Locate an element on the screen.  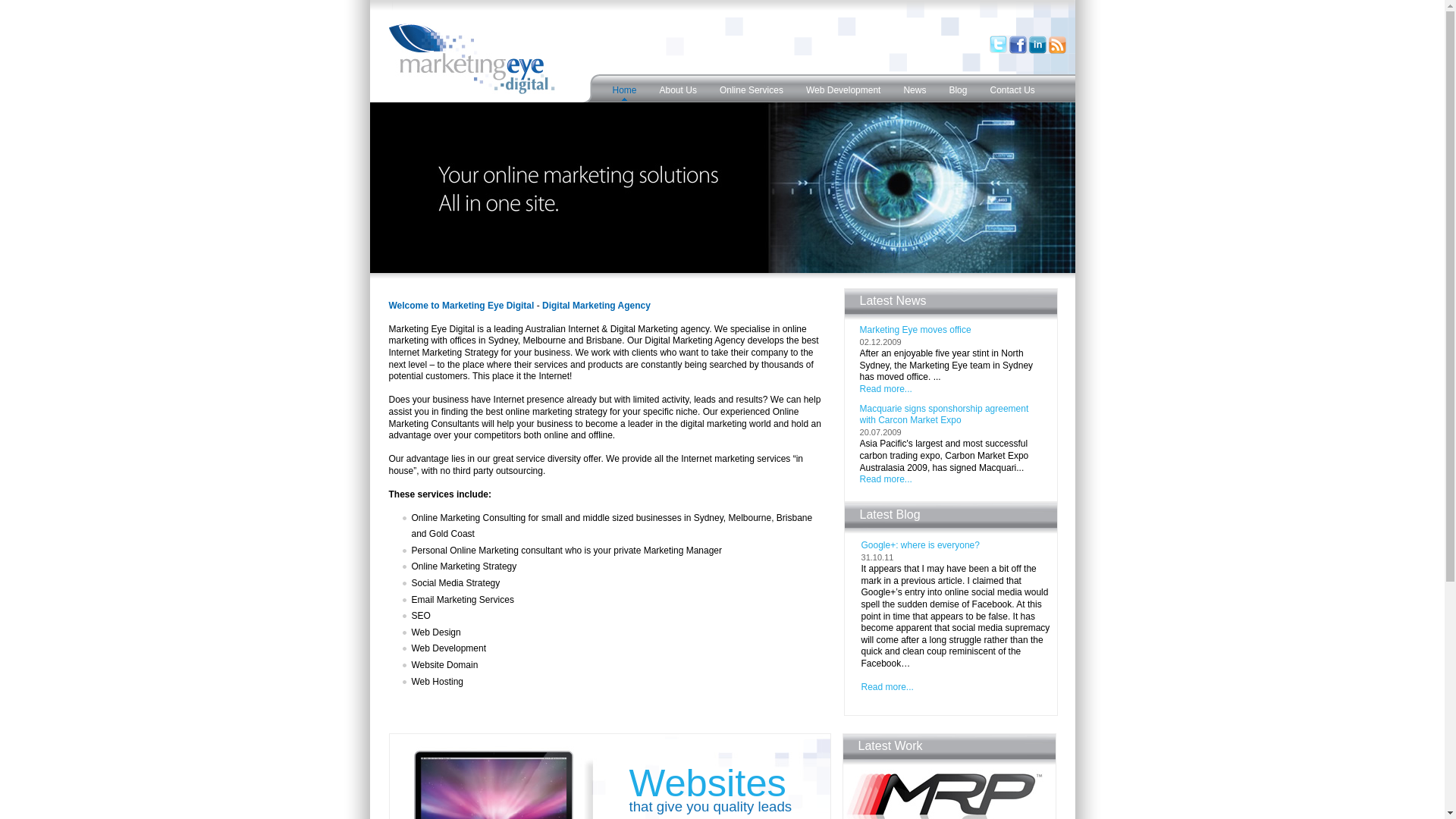
'Read more...' is located at coordinates (887, 687).